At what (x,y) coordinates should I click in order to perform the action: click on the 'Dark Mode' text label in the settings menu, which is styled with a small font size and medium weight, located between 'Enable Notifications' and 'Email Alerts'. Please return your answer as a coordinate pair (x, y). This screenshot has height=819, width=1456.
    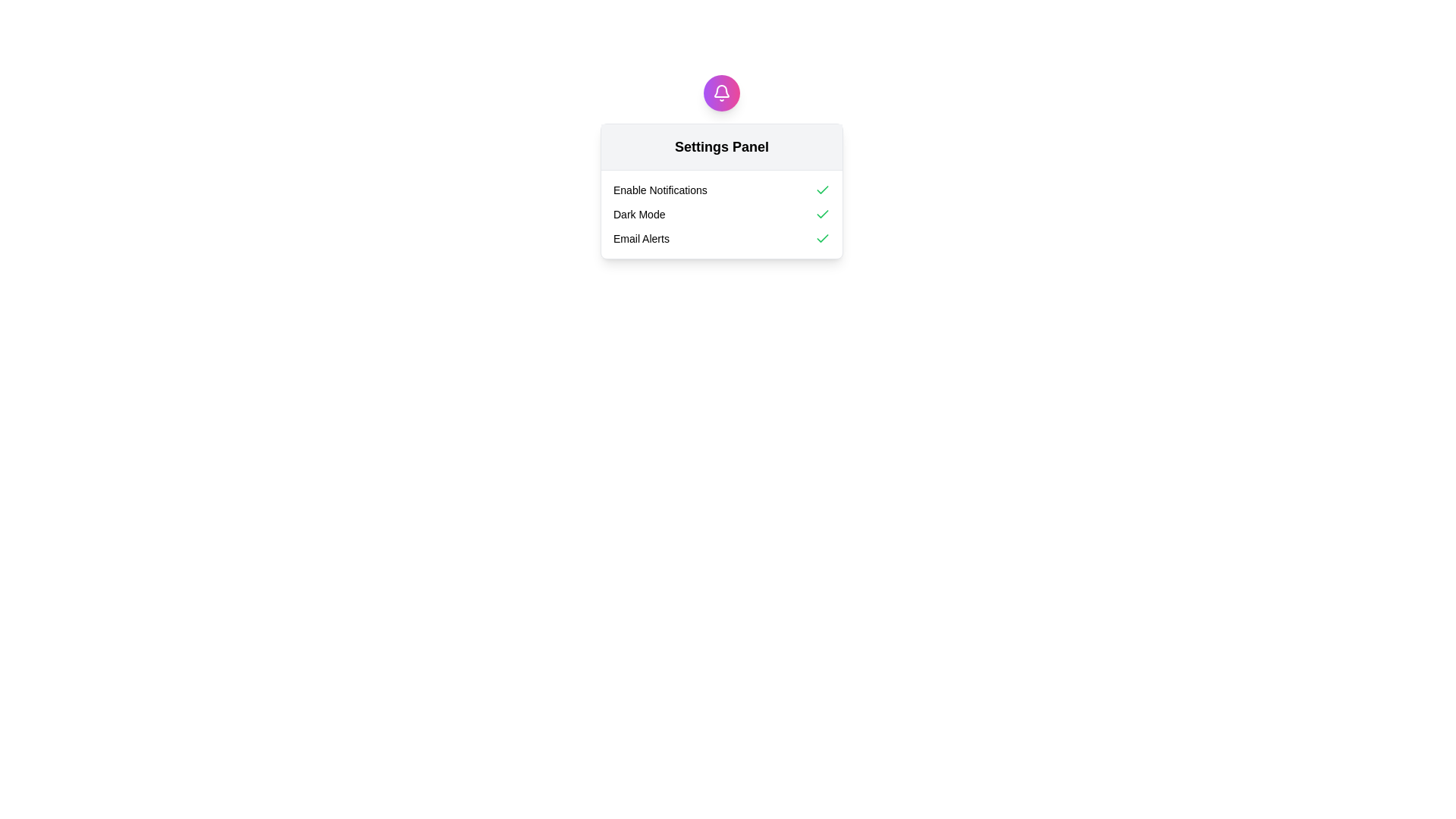
    Looking at the image, I should click on (639, 214).